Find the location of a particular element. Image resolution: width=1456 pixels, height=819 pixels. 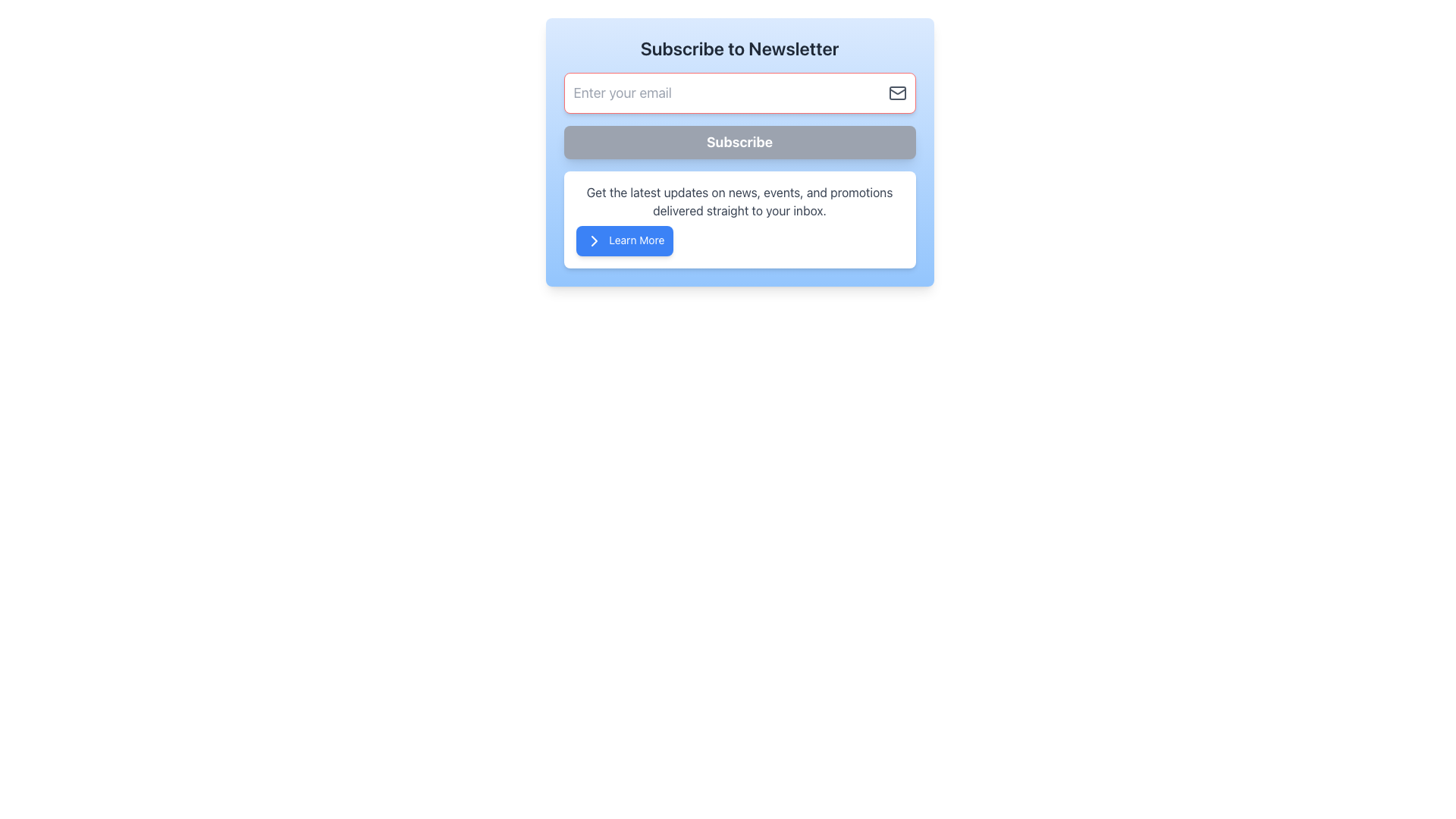

the 'Subscribe' button, which has a gray background and displays bold white uppercase text, located below the email input field within the 'Subscribe to Newsletter' section is located at coordinates (739, 143).